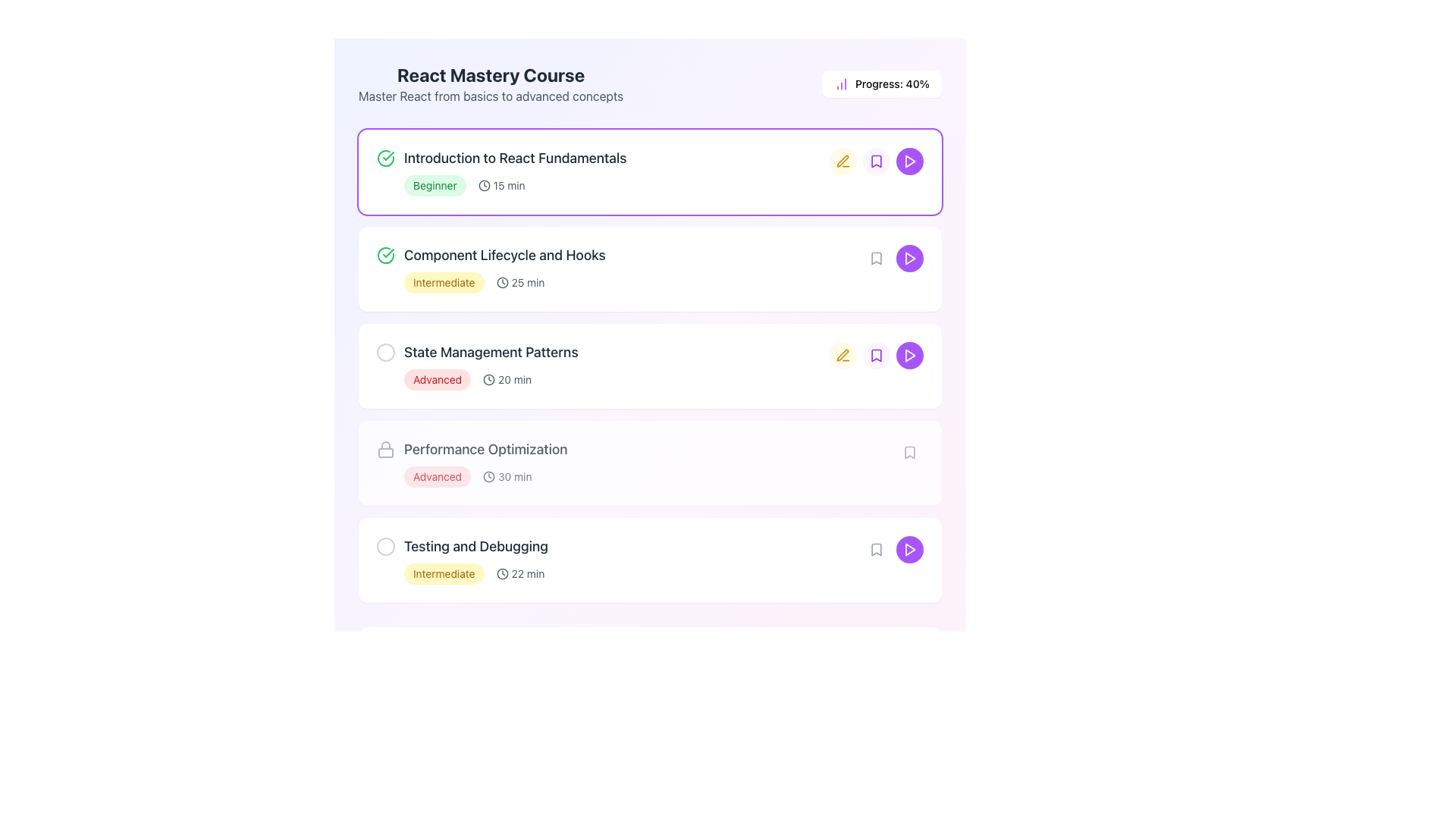 The height and width of the screenshot is (819, 1456). Describe the element at coordinates (436, 379) in the screenshot. I see `the 'Advanced' Label badge which indicates the difficulty level of the section in the course modules list` at that location.